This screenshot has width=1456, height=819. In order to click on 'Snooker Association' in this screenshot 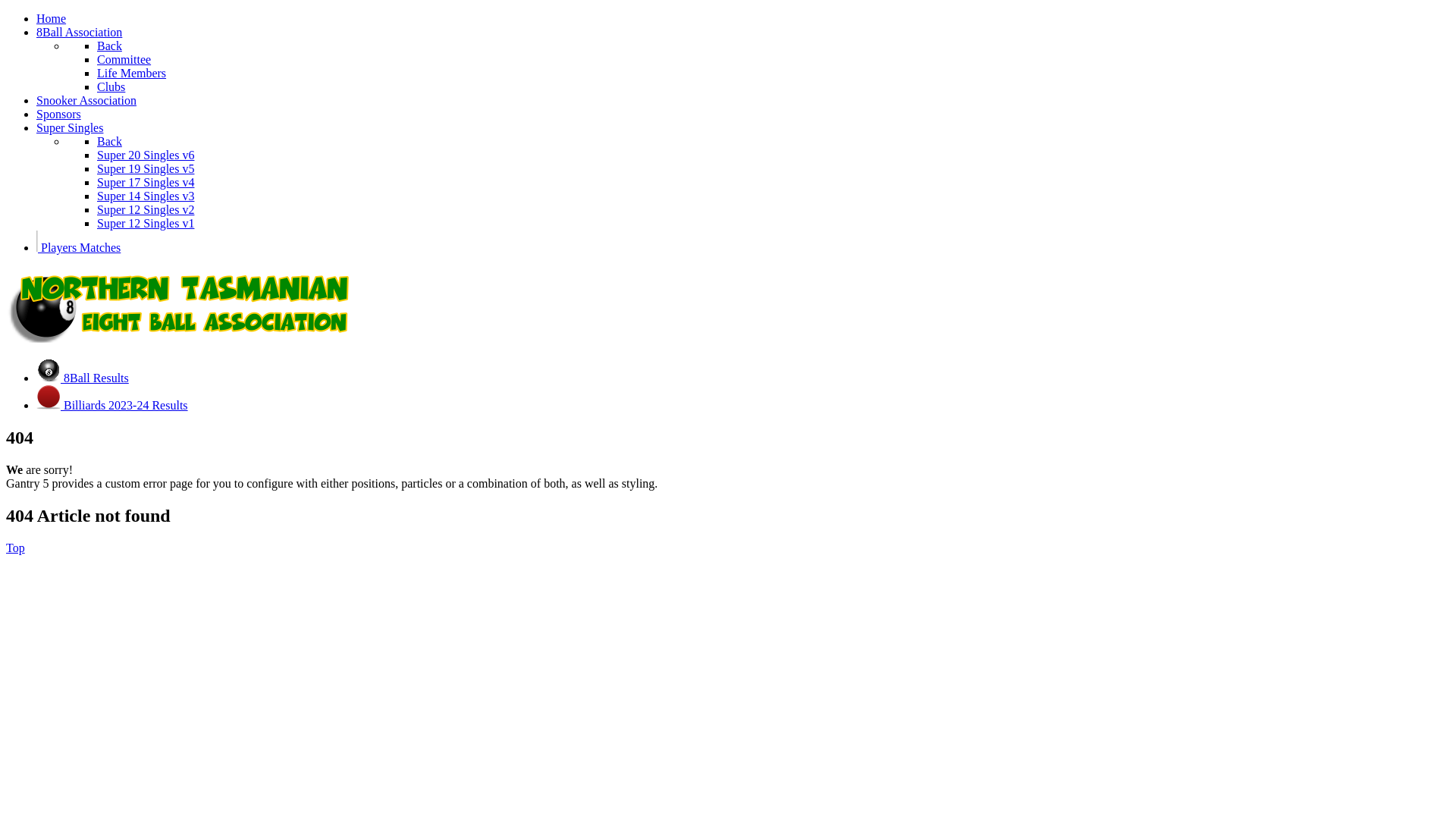, I will do `click(86, 100)`.